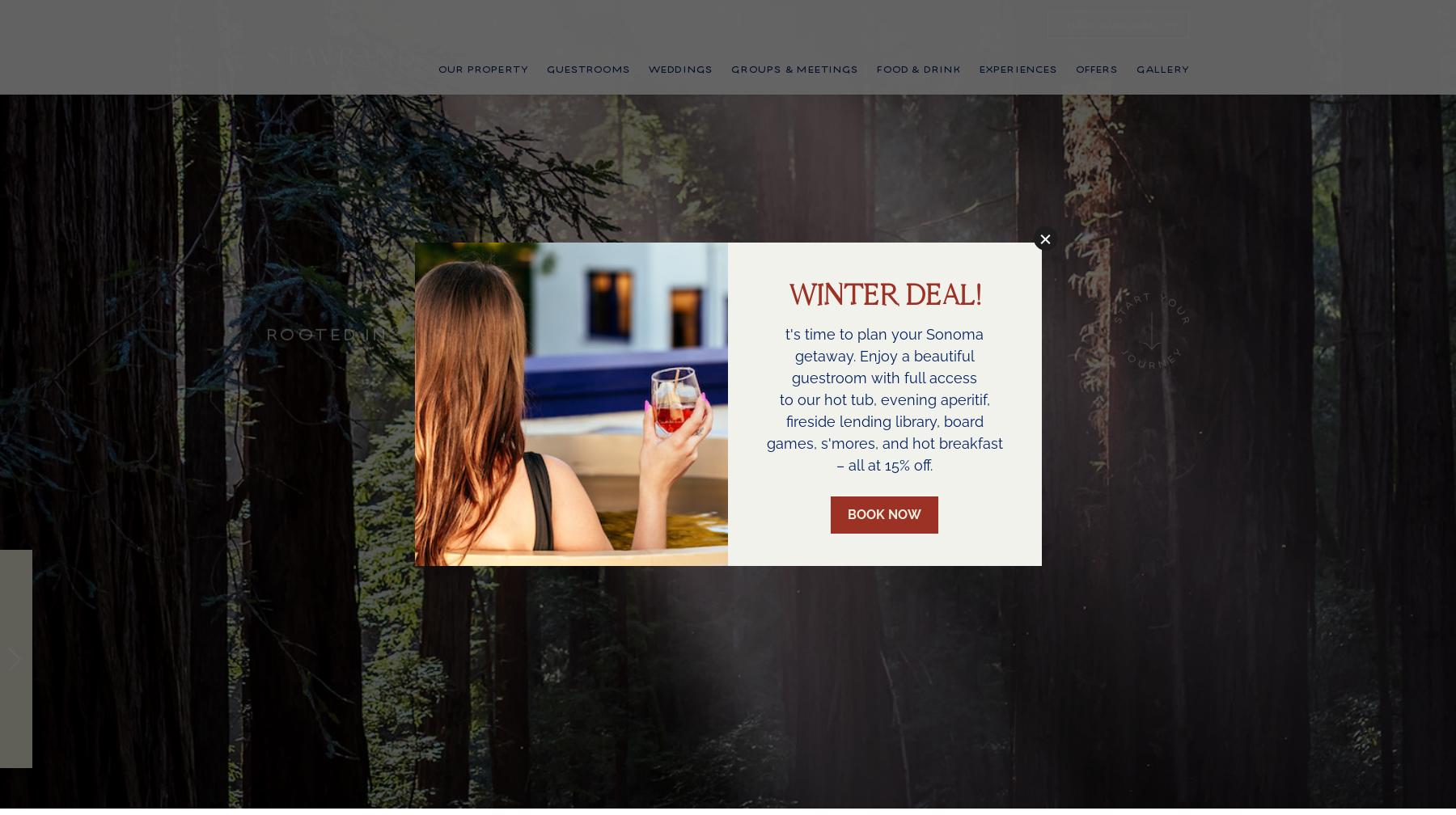 The image size is (1456, 815). What do you see at coordinates (1095, 91) in the screenshot?
I see `'Offers'` at bounding box center [1095, 91].